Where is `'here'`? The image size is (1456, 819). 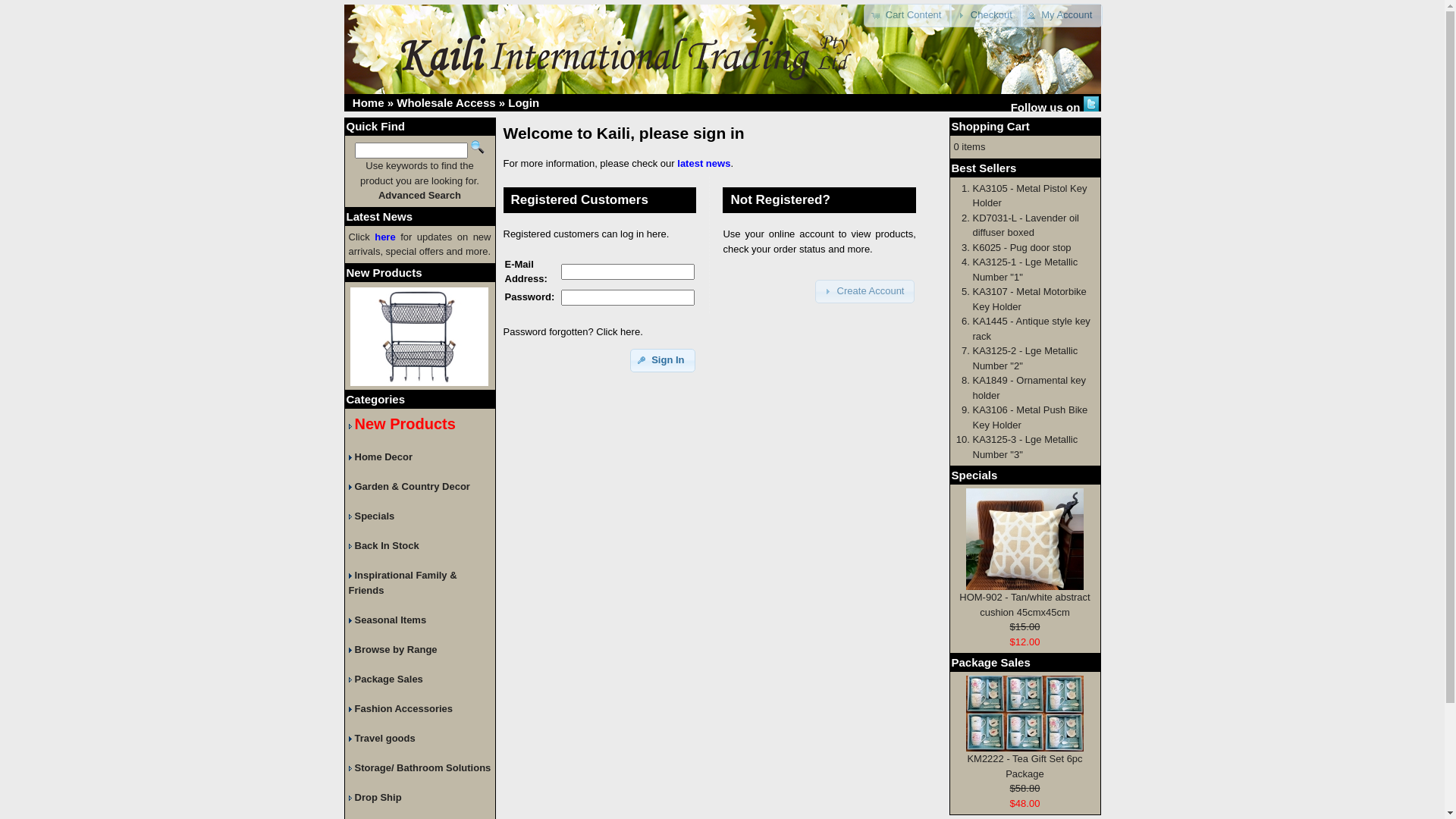 'here' is located at coordinates (384, 236).